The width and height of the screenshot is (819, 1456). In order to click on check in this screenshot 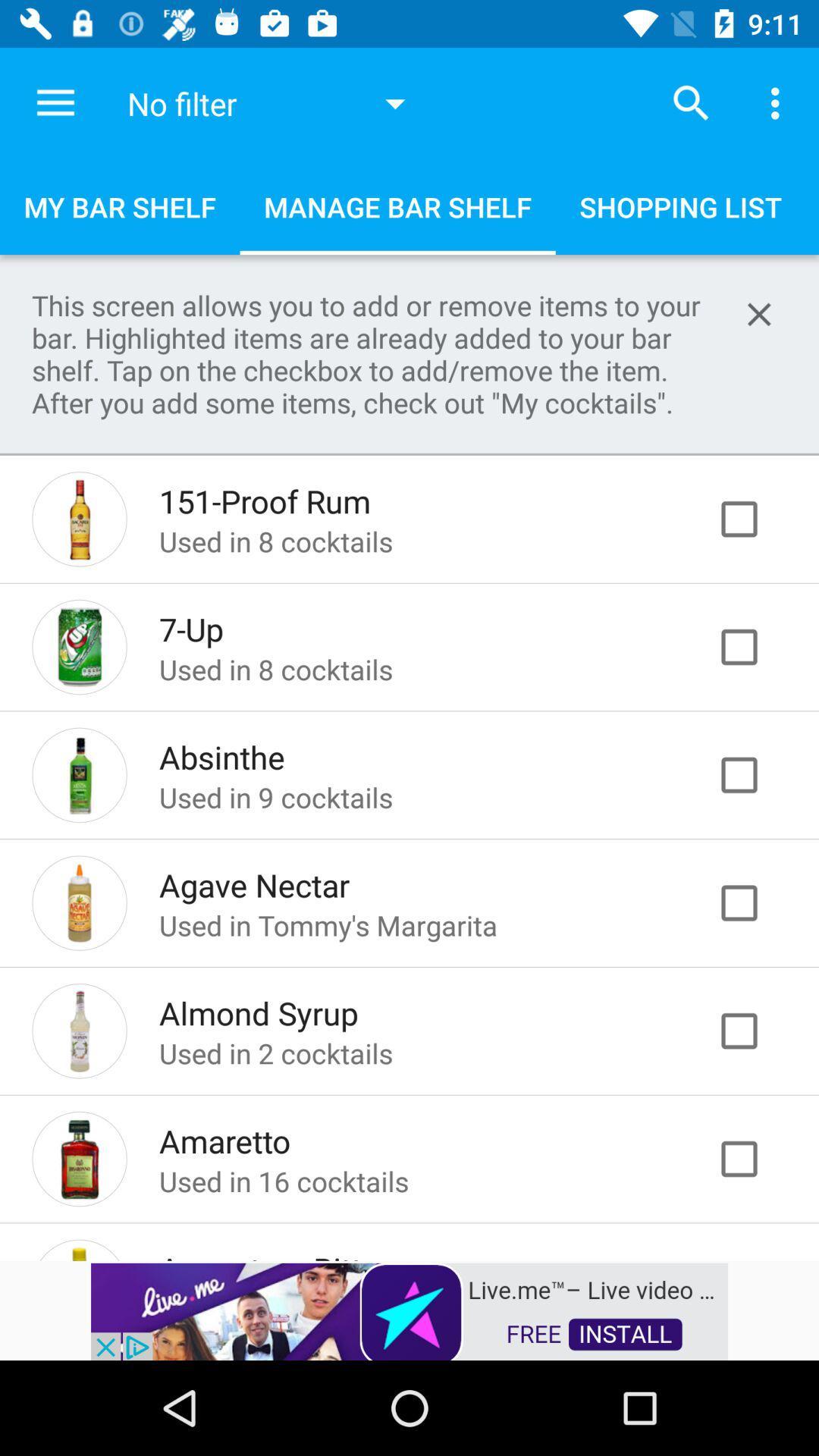, I will do `click(755, 1031)`.